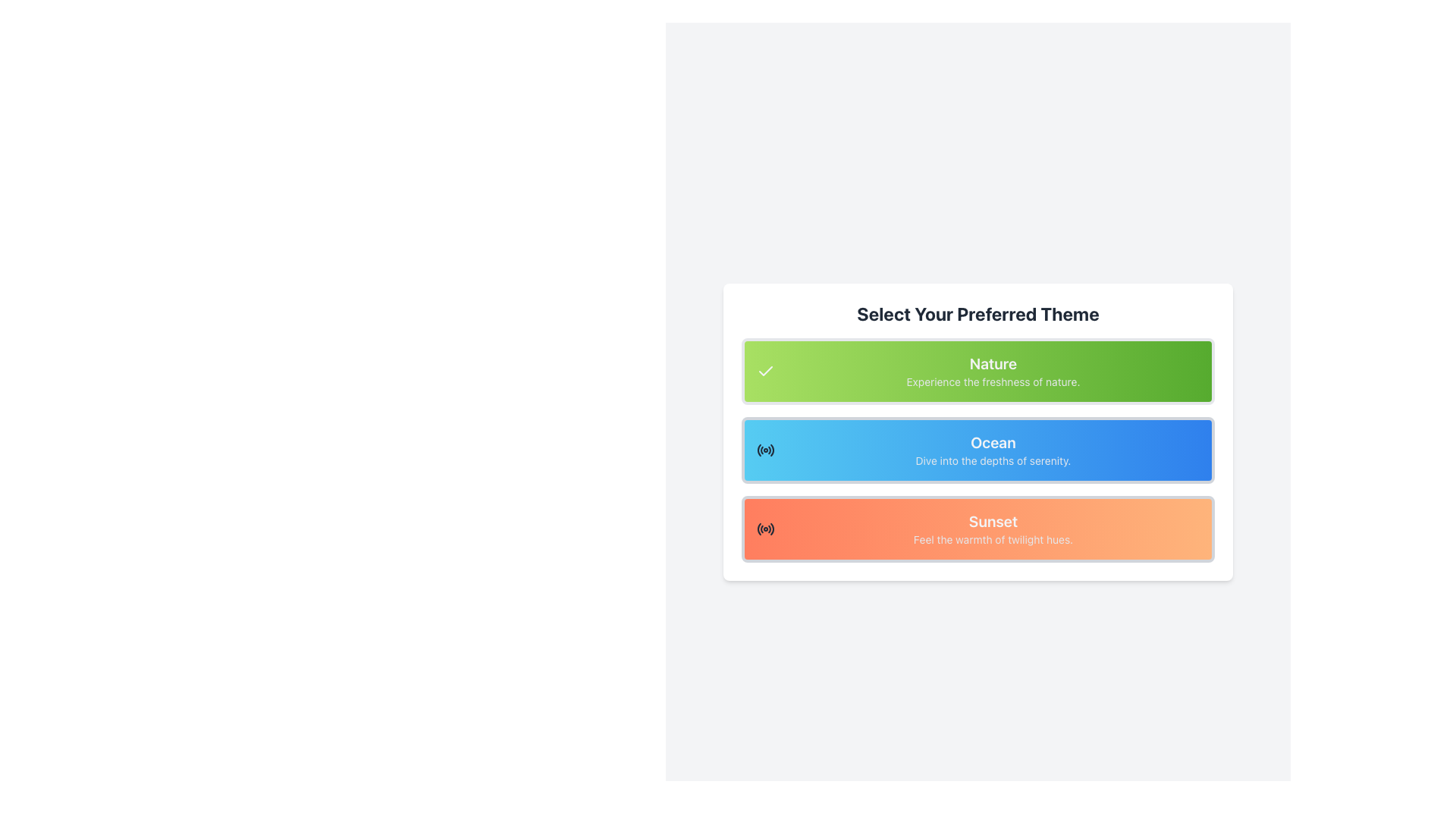 The height and width of the screenshot is (819, 1456). I want to click on the descriptive text content for the 'Sunset' theme option located at the bottom section of the theme selection interface, so click(993, 529).